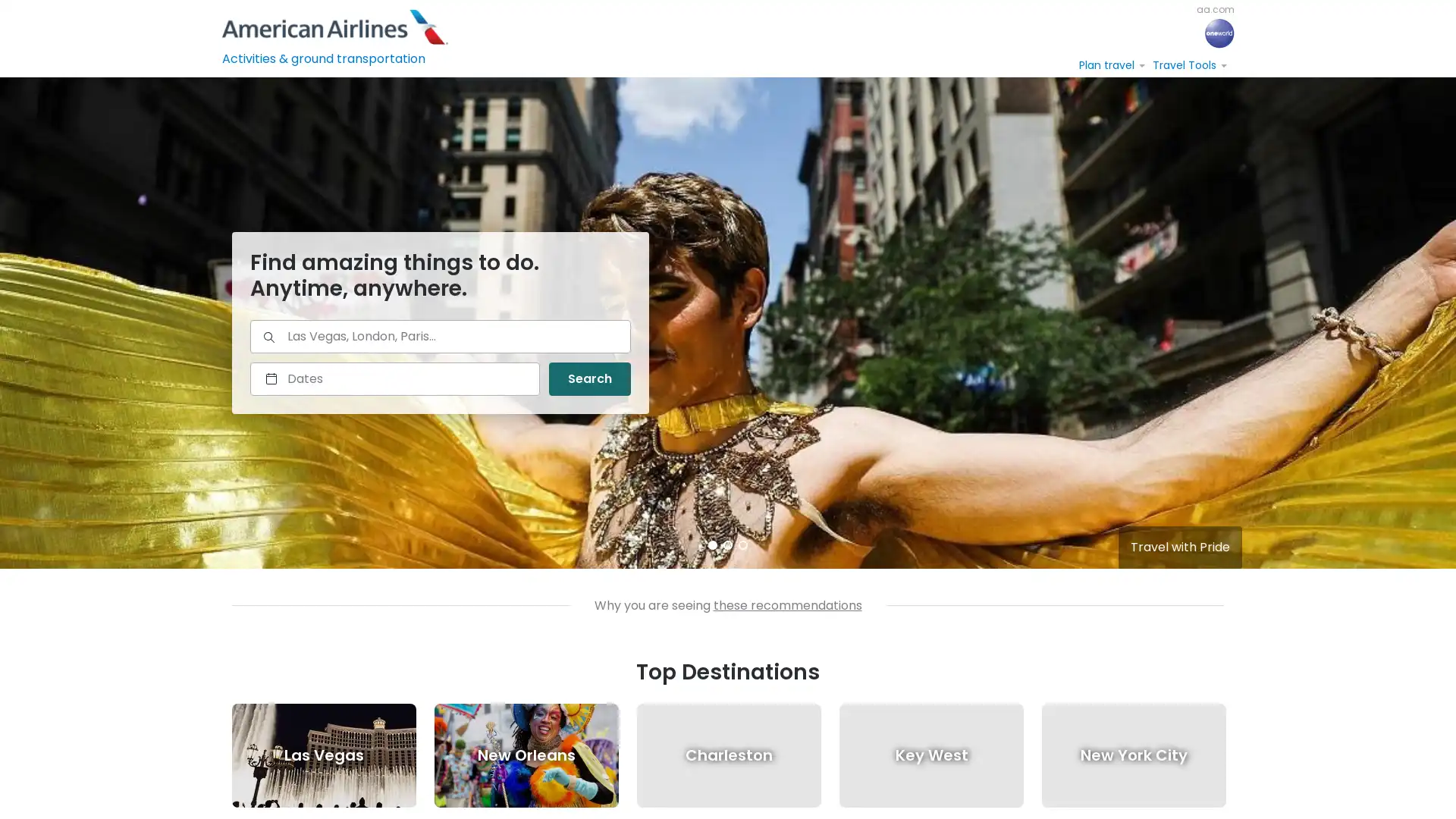 The height and width of the screenshot is (819, 1456). I want to click on 1, so click(712, 327).